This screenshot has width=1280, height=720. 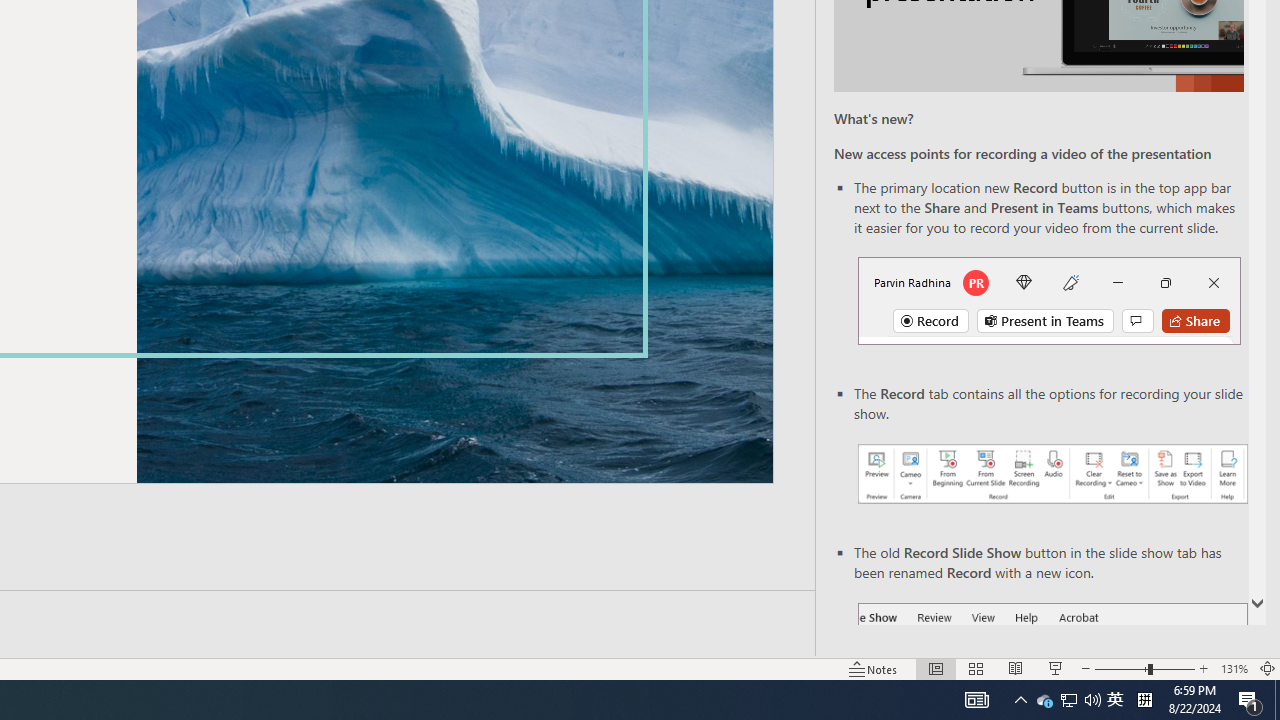 I want to click on 'Zoom 131%', so click(x=1233, y=669).